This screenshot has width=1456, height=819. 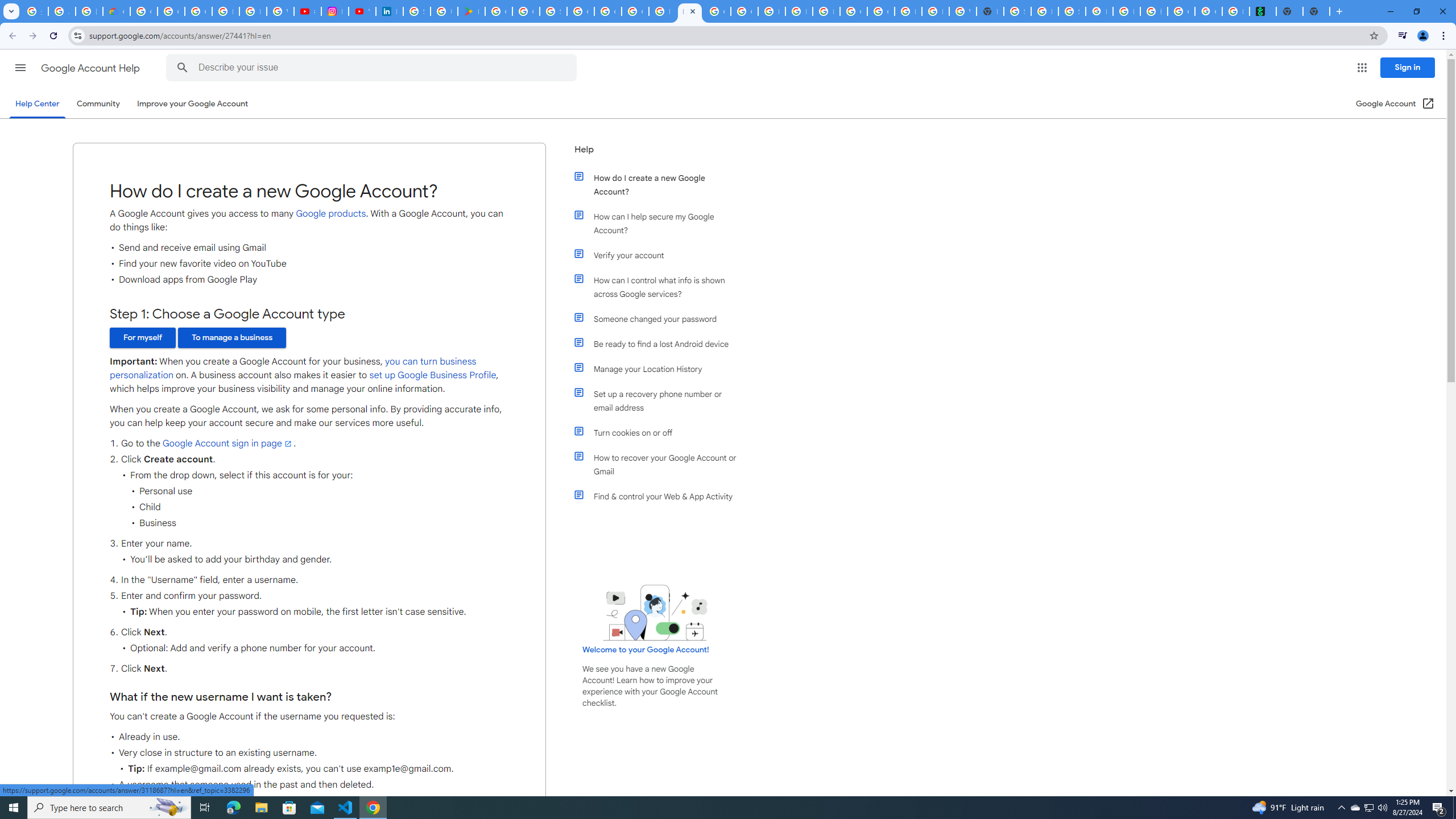 What do you see at coordinates (661, 318) in the screenshot?
I see `'Someone changed your password'` at bounding box center [661, 318].